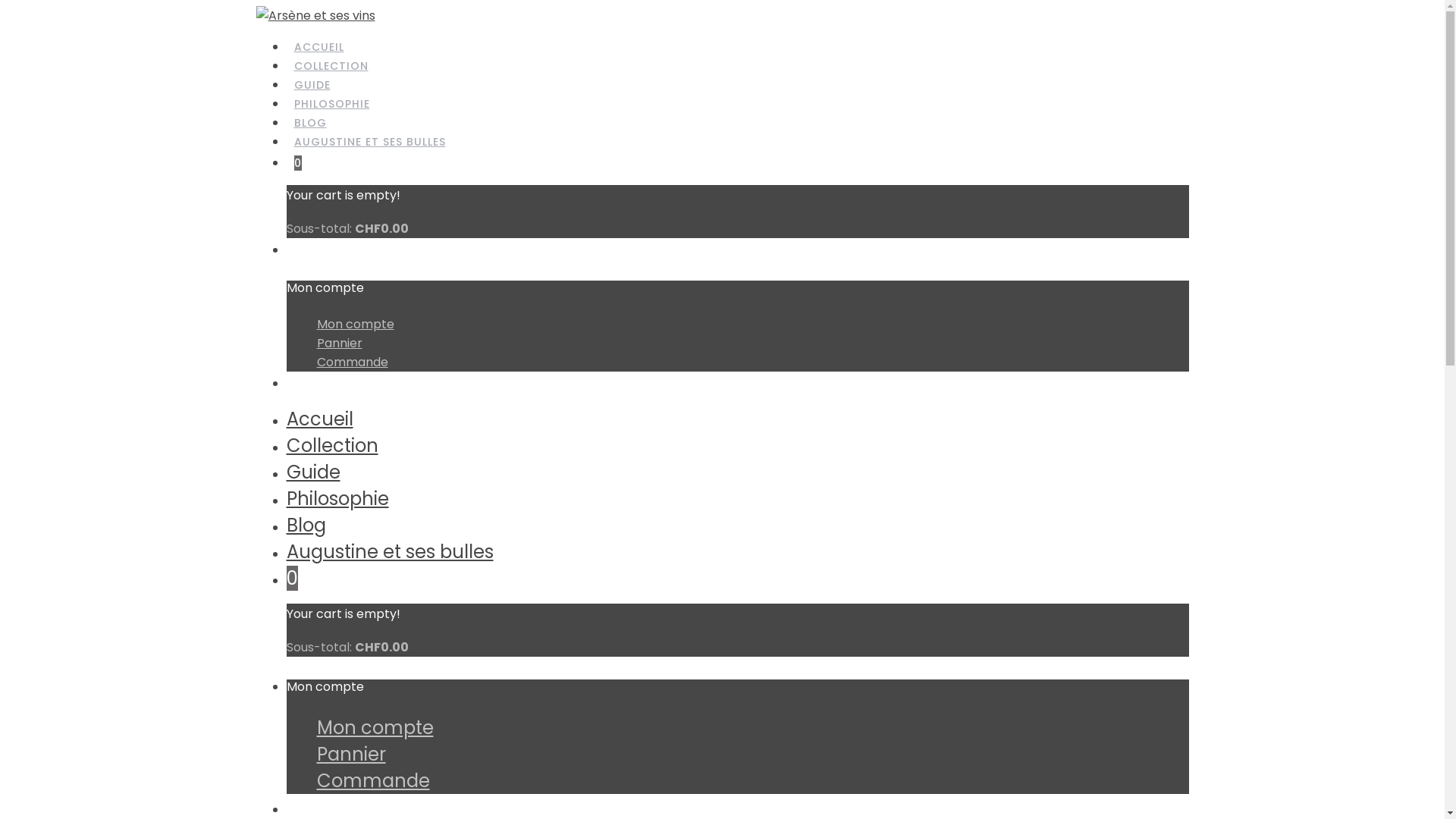 This screenshot has height=819, width=1456. What do you see at coordinates (298, 164) in the screenshot?
I see `'0'` at bounding box center [298, 164].